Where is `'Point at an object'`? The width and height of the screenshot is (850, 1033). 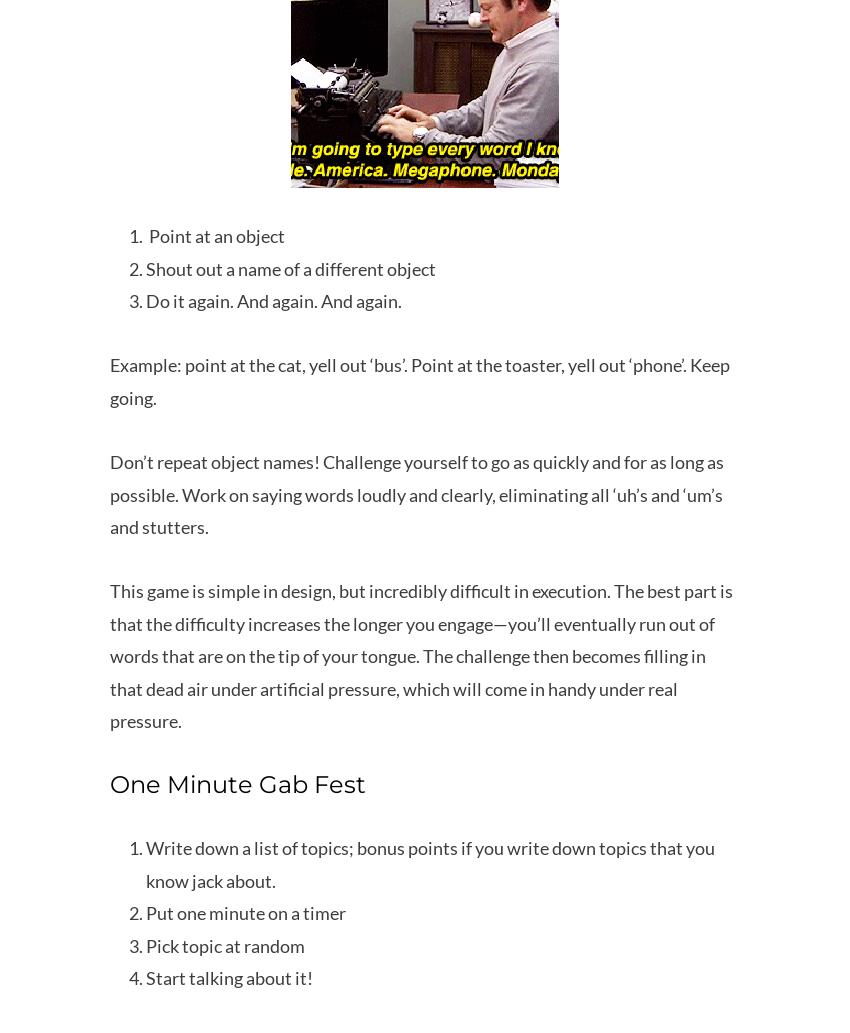 'Point at an object' is located at coordinates (215, 235).